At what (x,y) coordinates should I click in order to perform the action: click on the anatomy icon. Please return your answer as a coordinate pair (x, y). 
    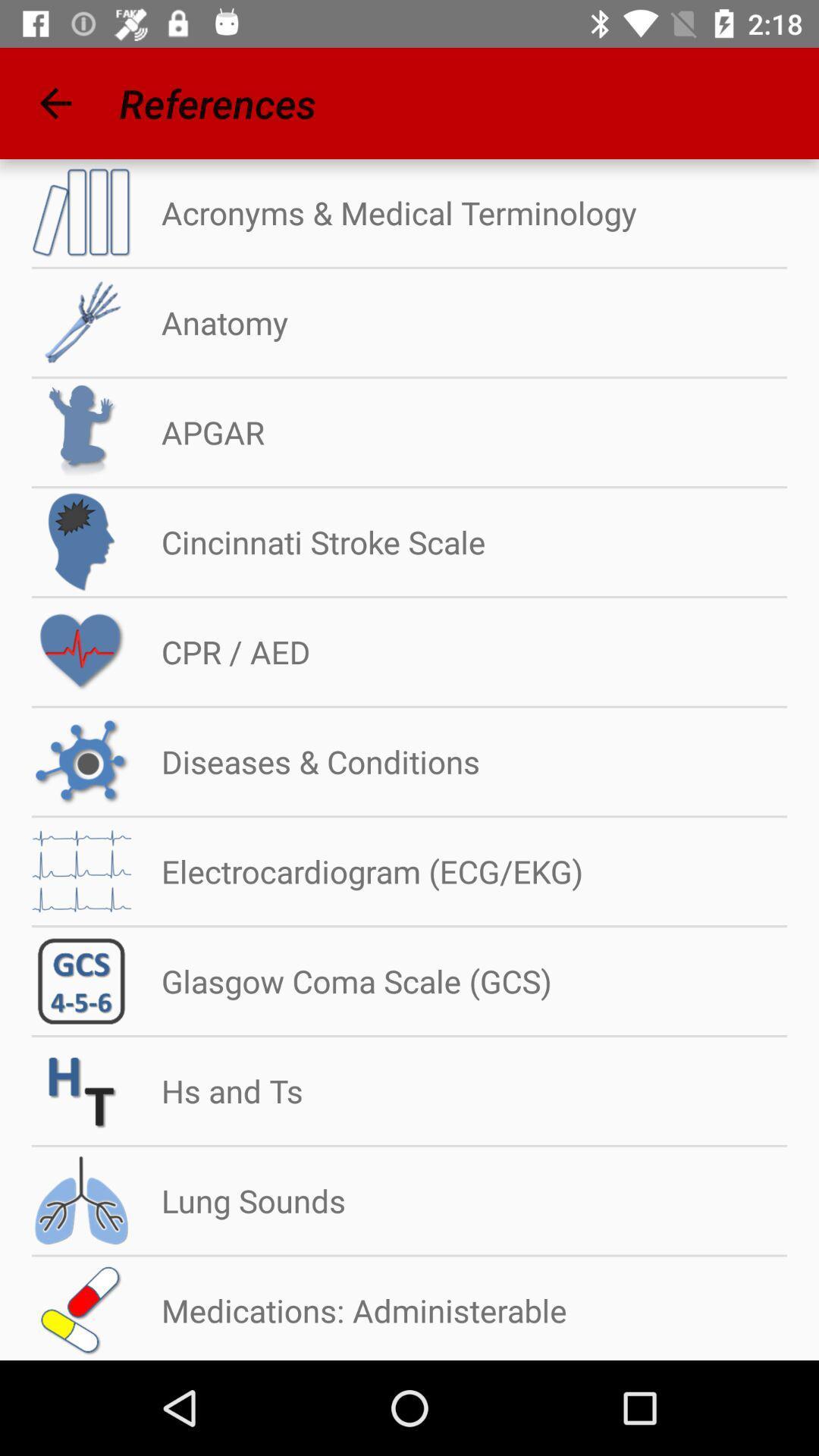
    Looking at the image, I should click on (209, 322).